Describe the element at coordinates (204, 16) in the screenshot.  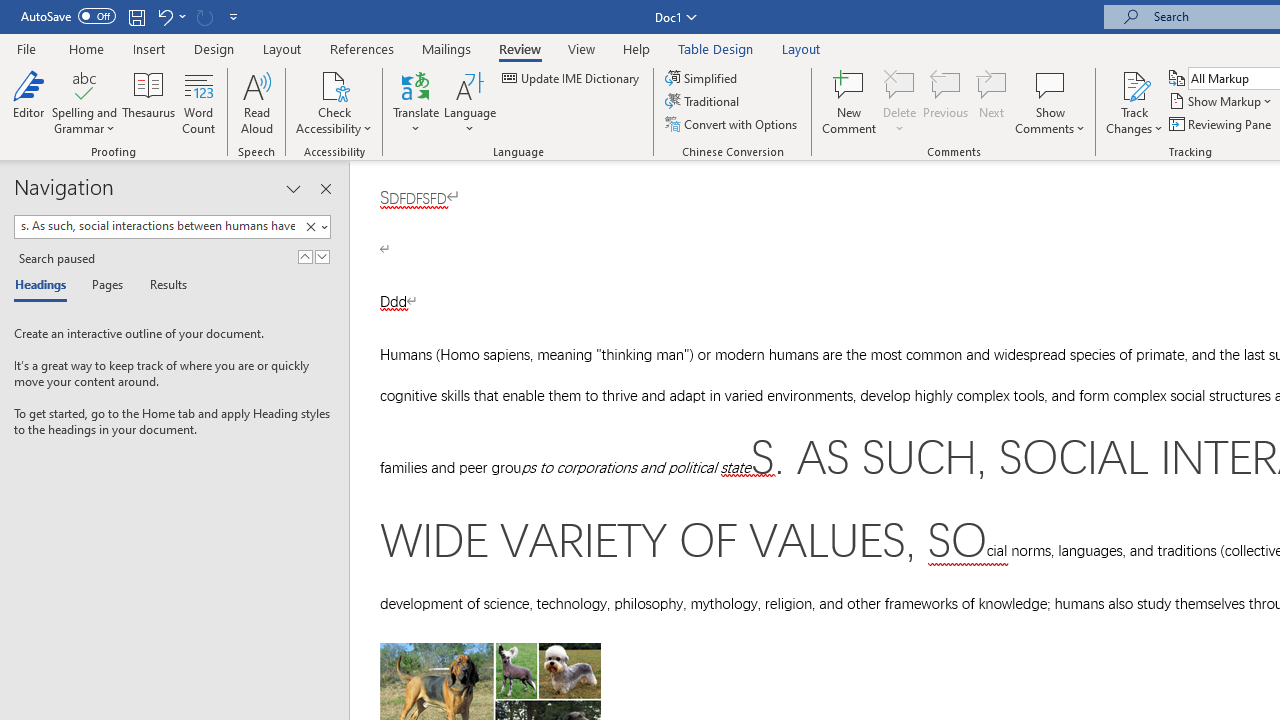
I see `'Can'` at that location.